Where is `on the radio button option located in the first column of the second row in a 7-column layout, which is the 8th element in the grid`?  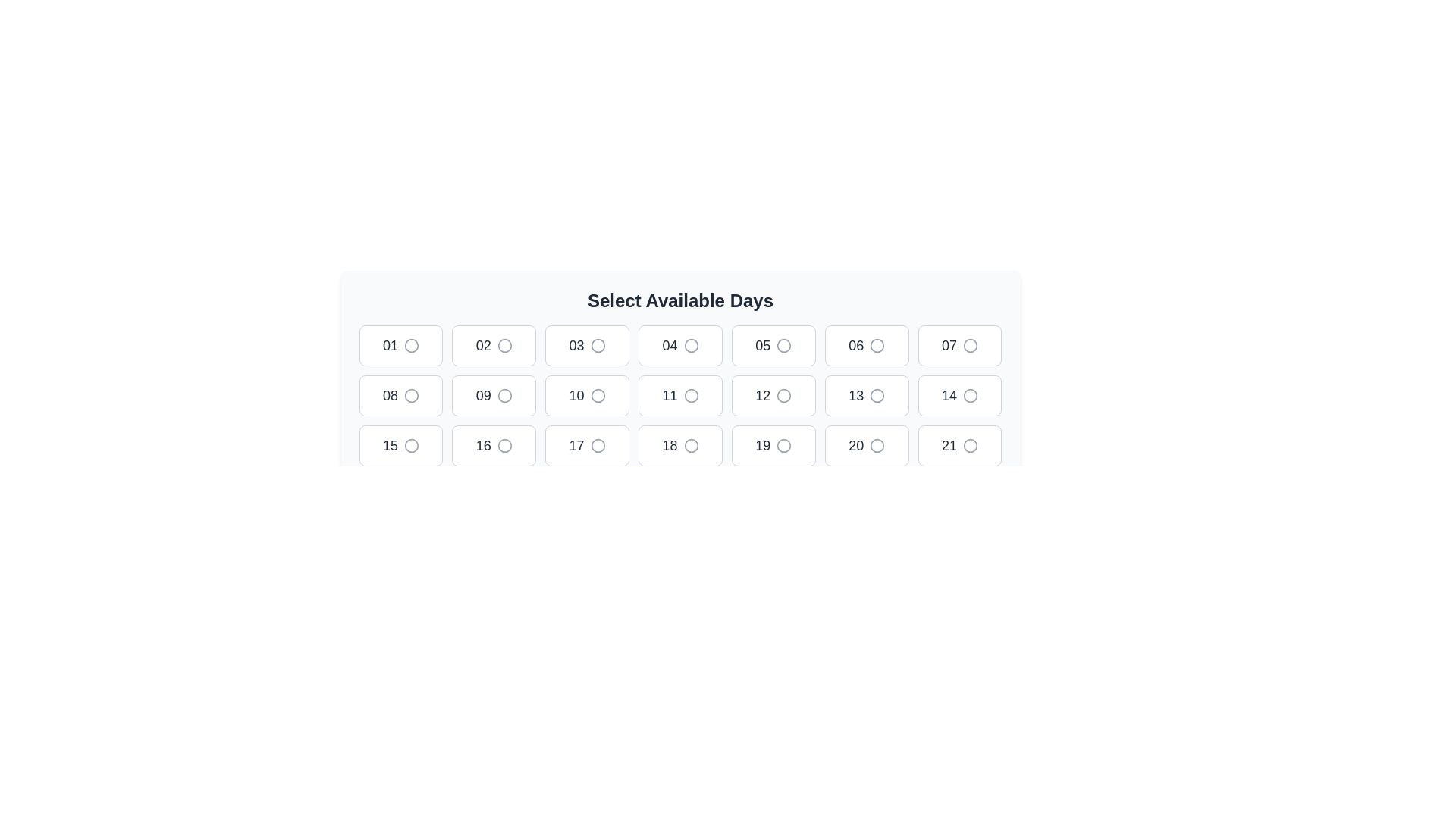 on the radio button option located in the first column of the second row in a 7-column layout, which is the 8th element in the grid is located at coordinates (400, 394).